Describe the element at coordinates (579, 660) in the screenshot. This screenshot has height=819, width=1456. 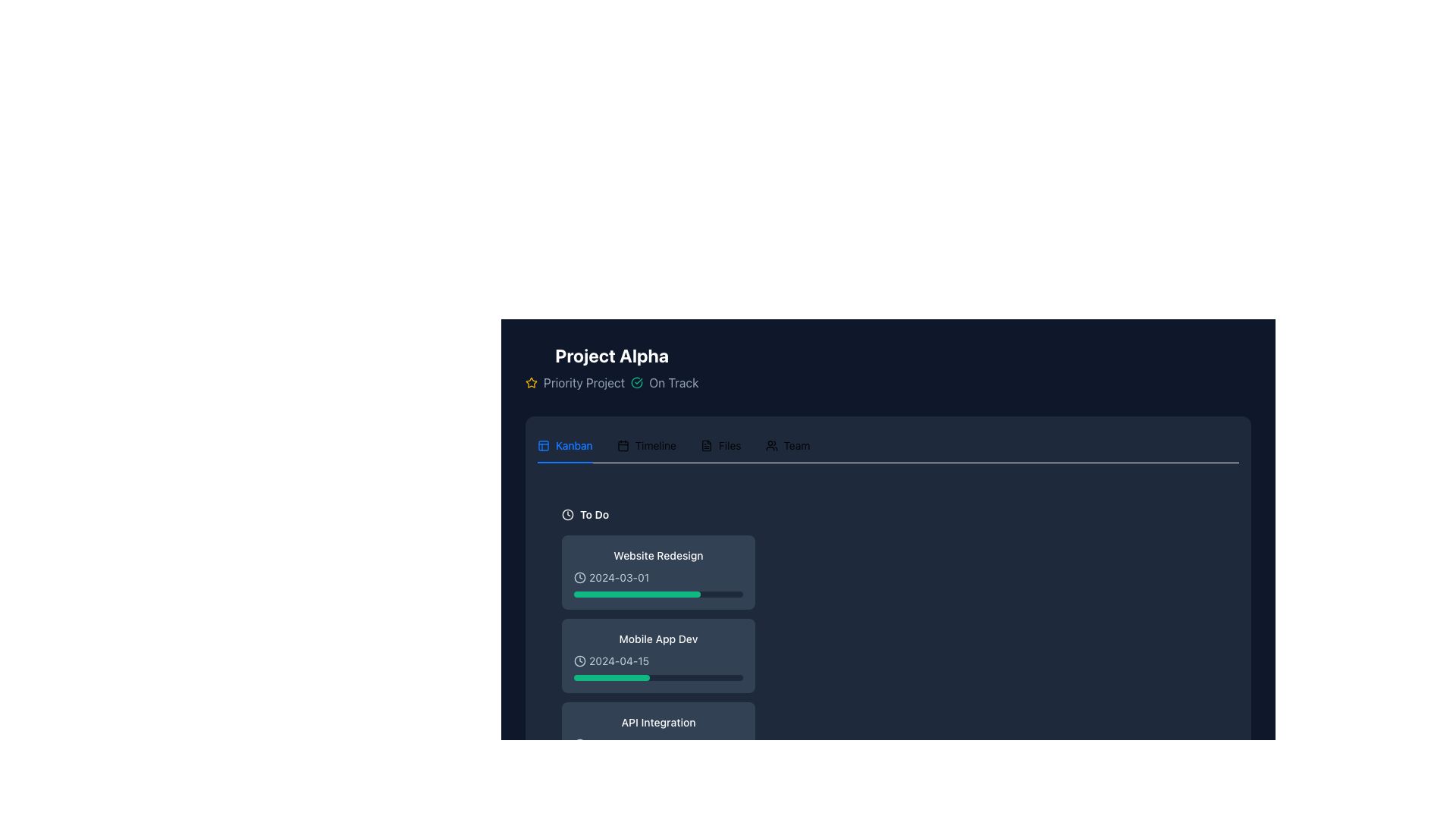
I see `the graphical indicator (circle within an SVG) representing time-related information for the task 'Mobile App Dev' in the 'To Do' section of the Kanban tab` at that location.